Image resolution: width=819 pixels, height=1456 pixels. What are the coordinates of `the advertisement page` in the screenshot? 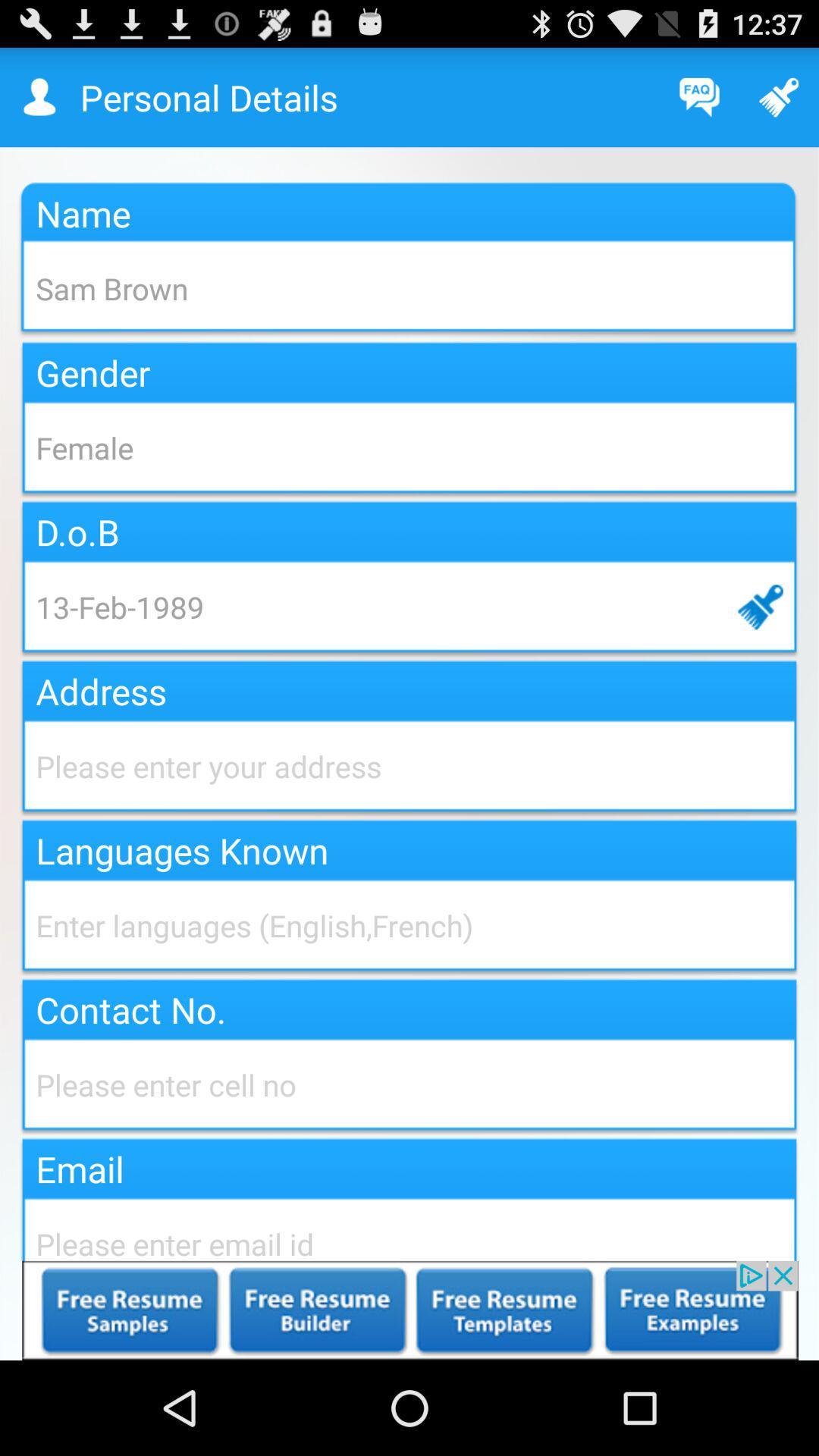 It's located at (409, 1310).